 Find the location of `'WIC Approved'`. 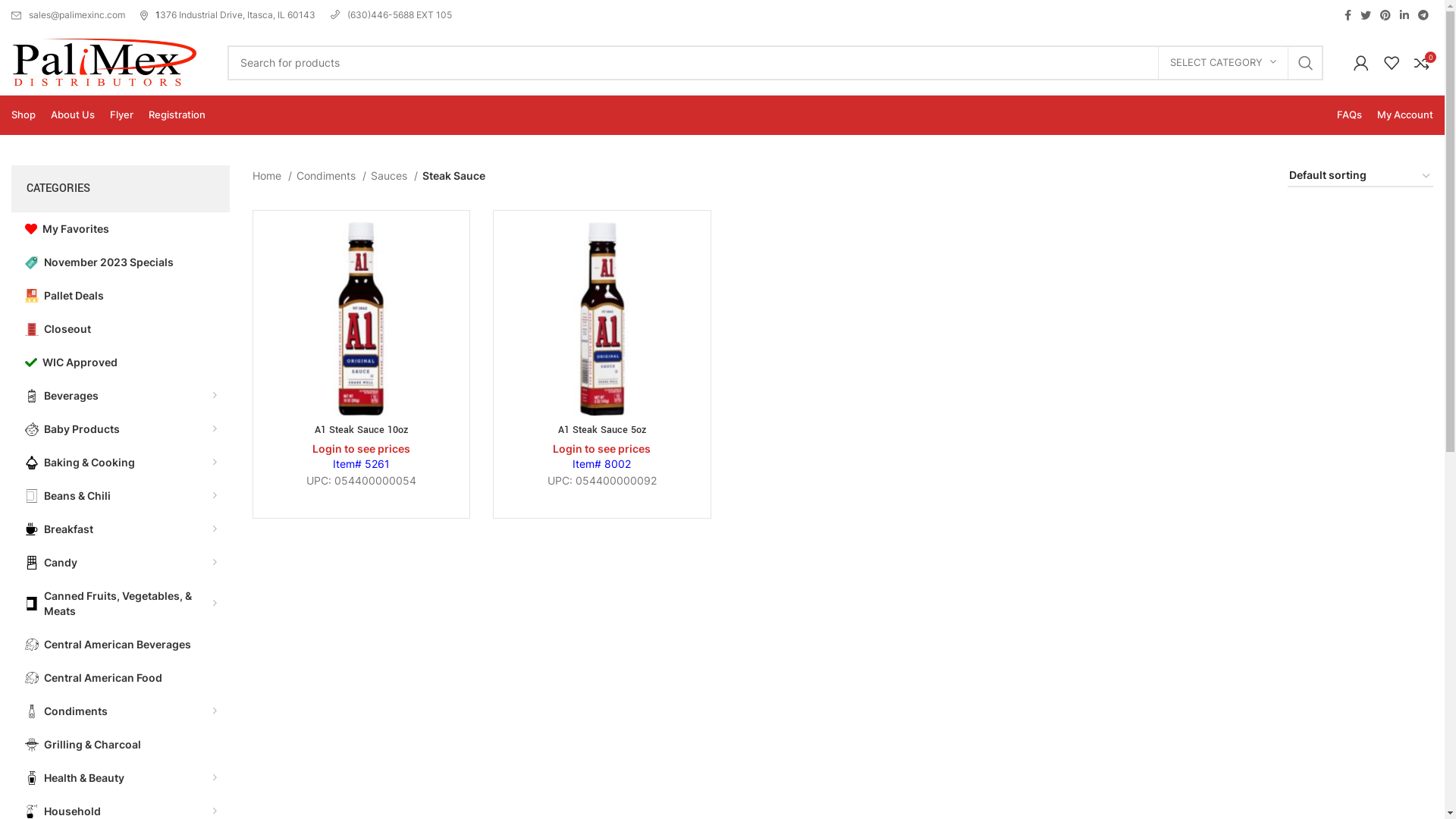

'WIC Approved' is located at coordinates (11, 362).